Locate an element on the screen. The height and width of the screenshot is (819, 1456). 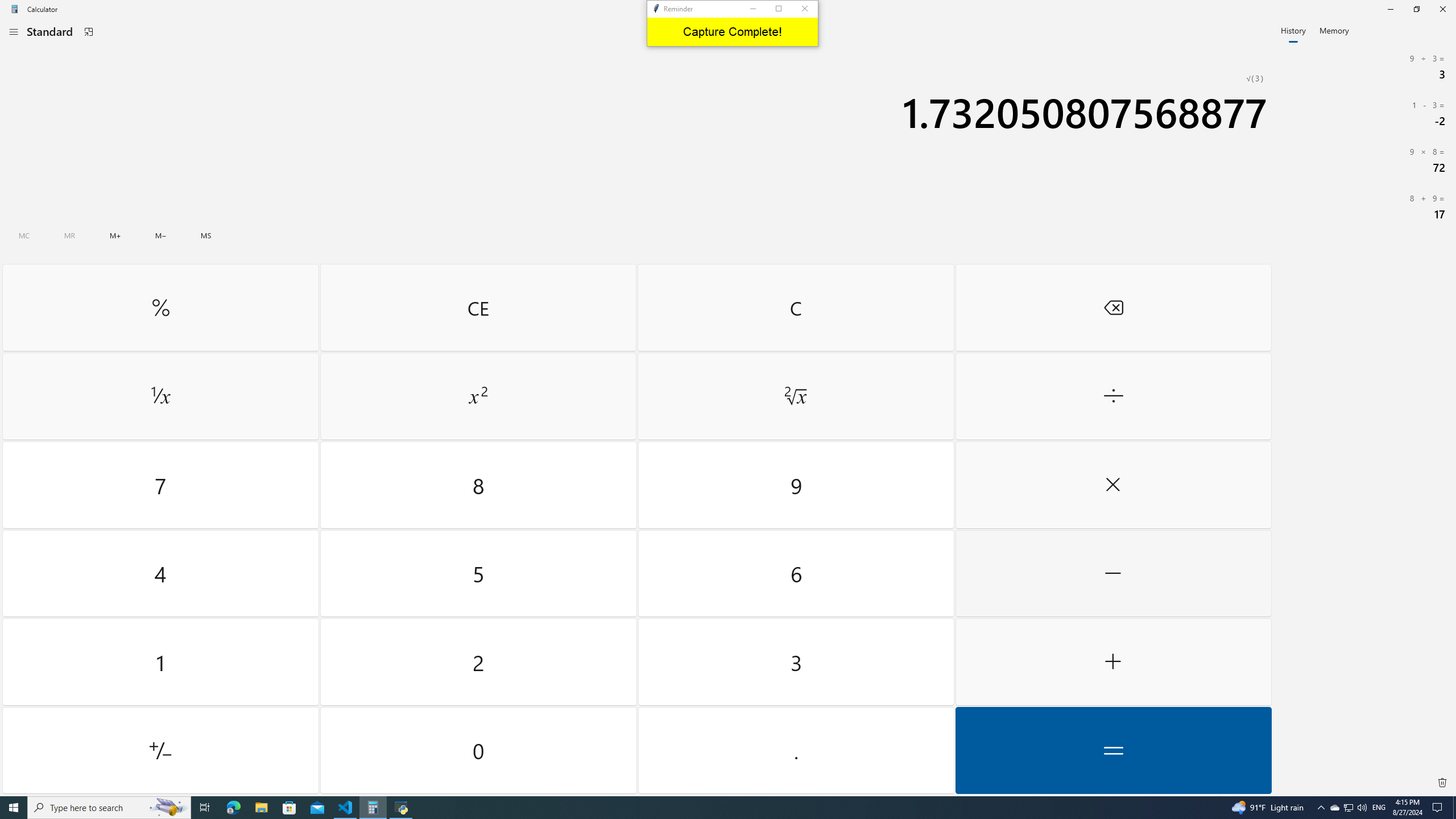
'Two' is located at coordinates (478, 662).